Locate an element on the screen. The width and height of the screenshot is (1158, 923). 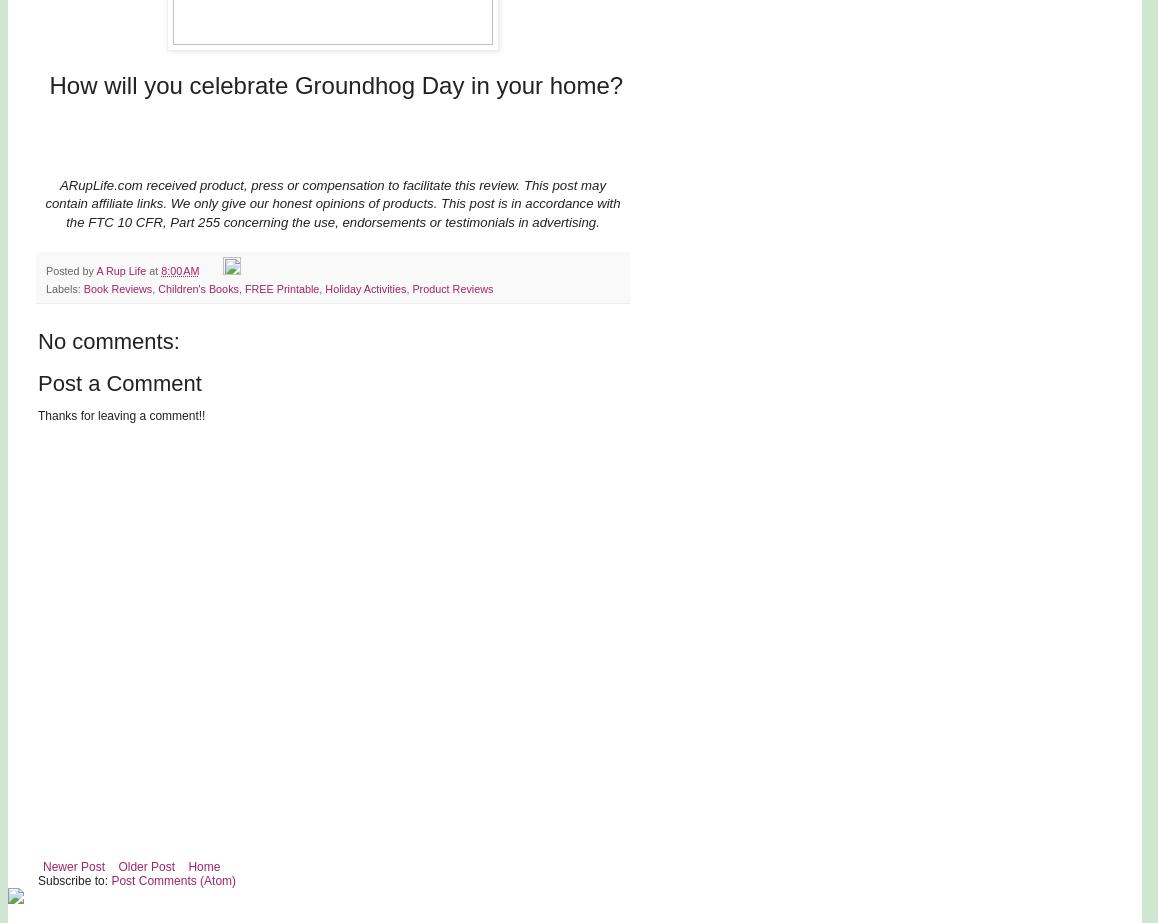
'Post Comments (Atom)' is located at coordinates (172, 880).